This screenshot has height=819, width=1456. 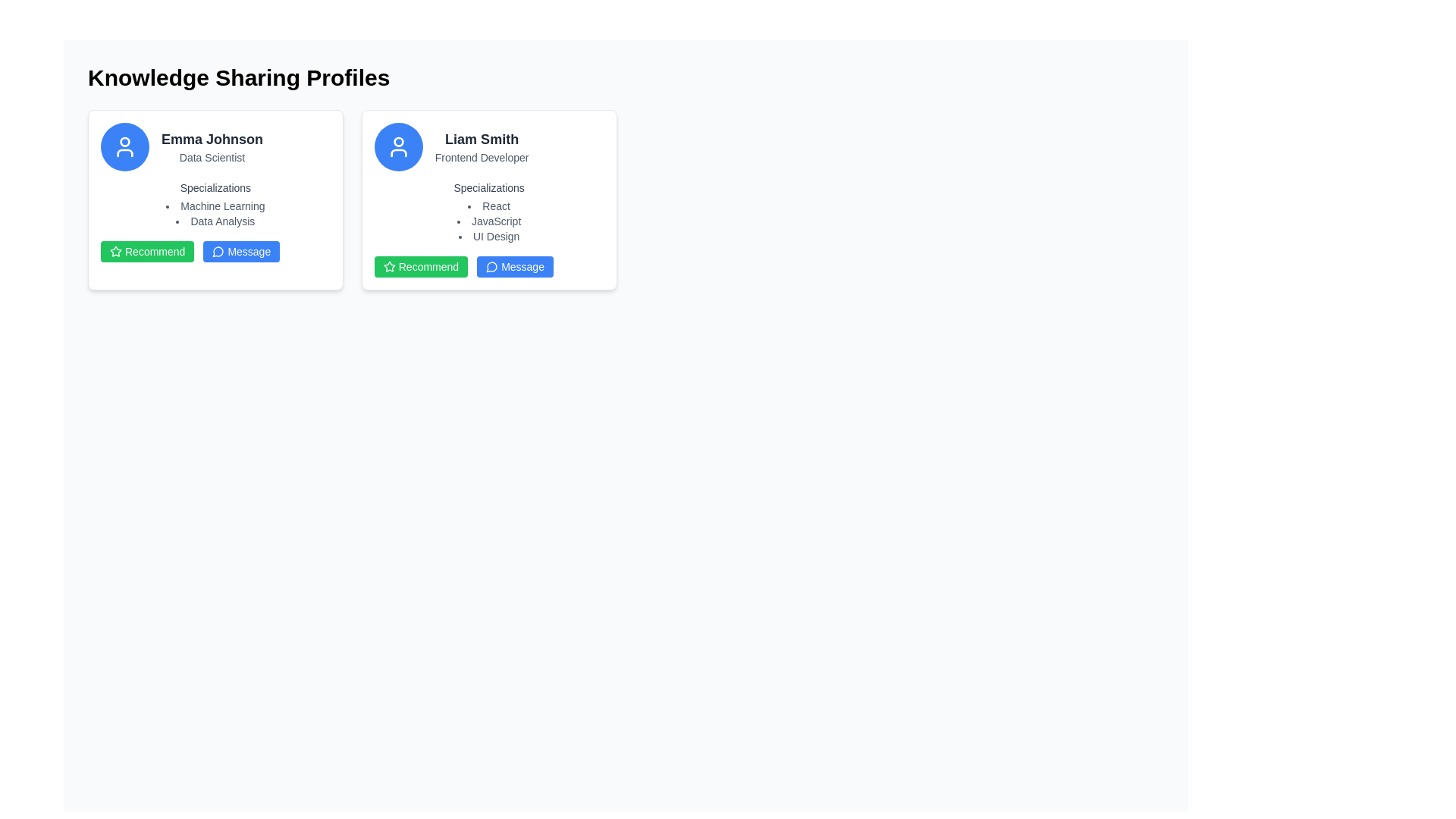 What do you see at coordinates (389, 265) in the screenshot?
I see `the star icon within the 'Recommend' button on Liam Smith's profile card, which symbolizes positive feedback and is located to the left of the 'Recommend' text label` at bounding box center [389, 265].